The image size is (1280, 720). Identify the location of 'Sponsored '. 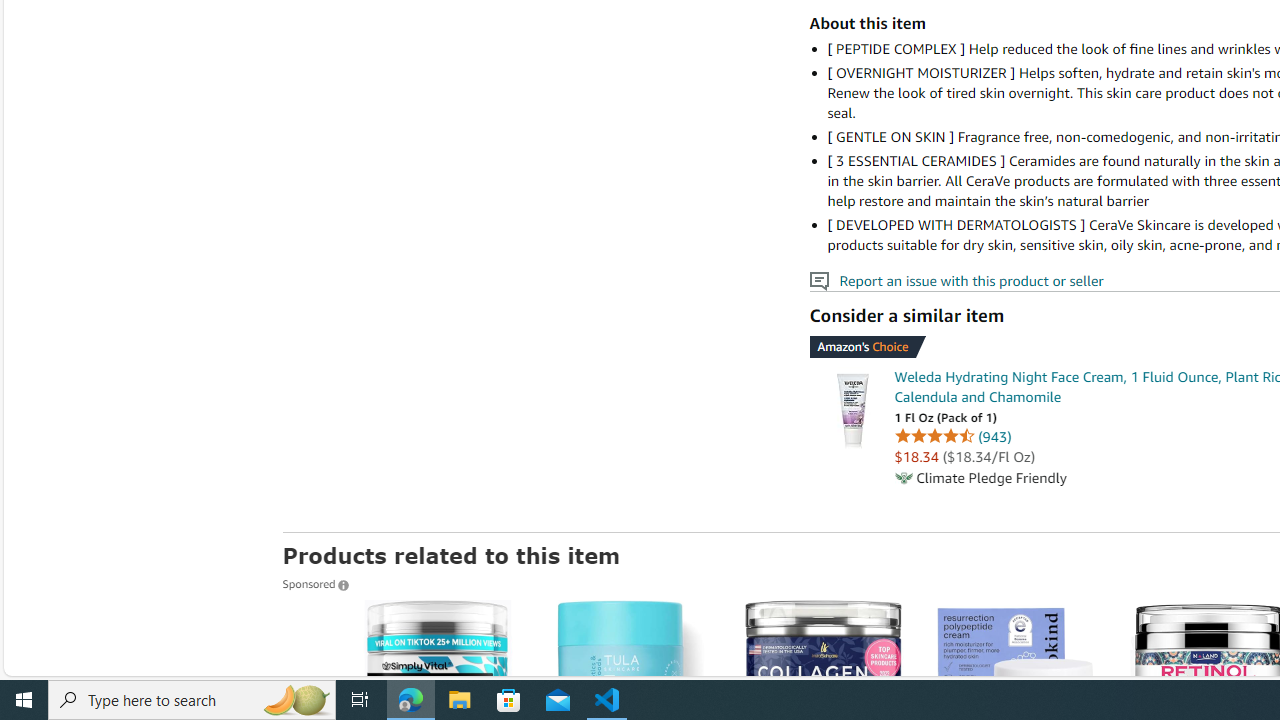
(314, 583).